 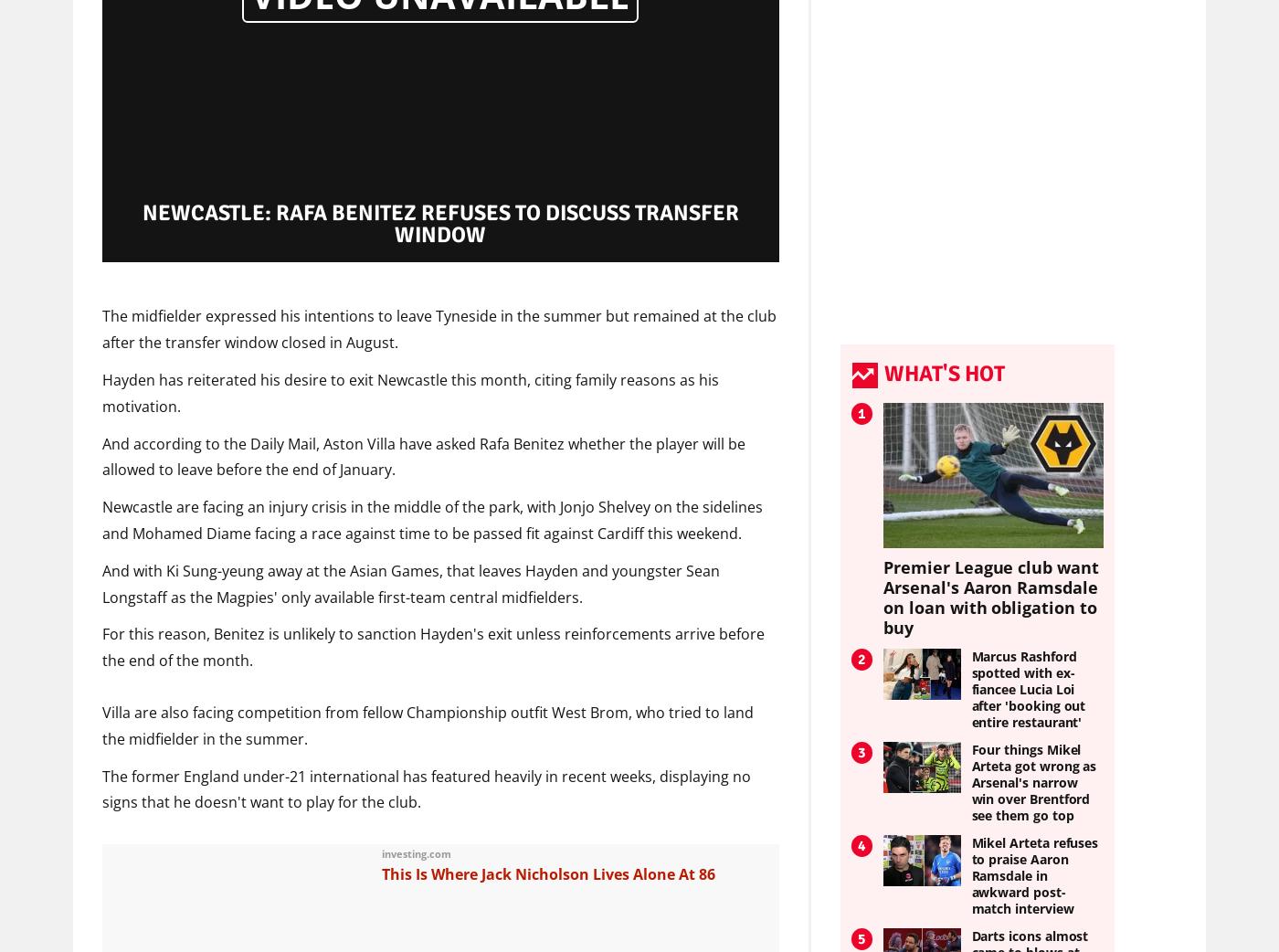 What do you see at coordinates (423, 456) in the screenshot?
I see `'And according to the Daily Mail, Aston Villa have asked Rafa Benitez whether the player will be allowed to leave before the end of January.'` at bounding box center [423, 456].